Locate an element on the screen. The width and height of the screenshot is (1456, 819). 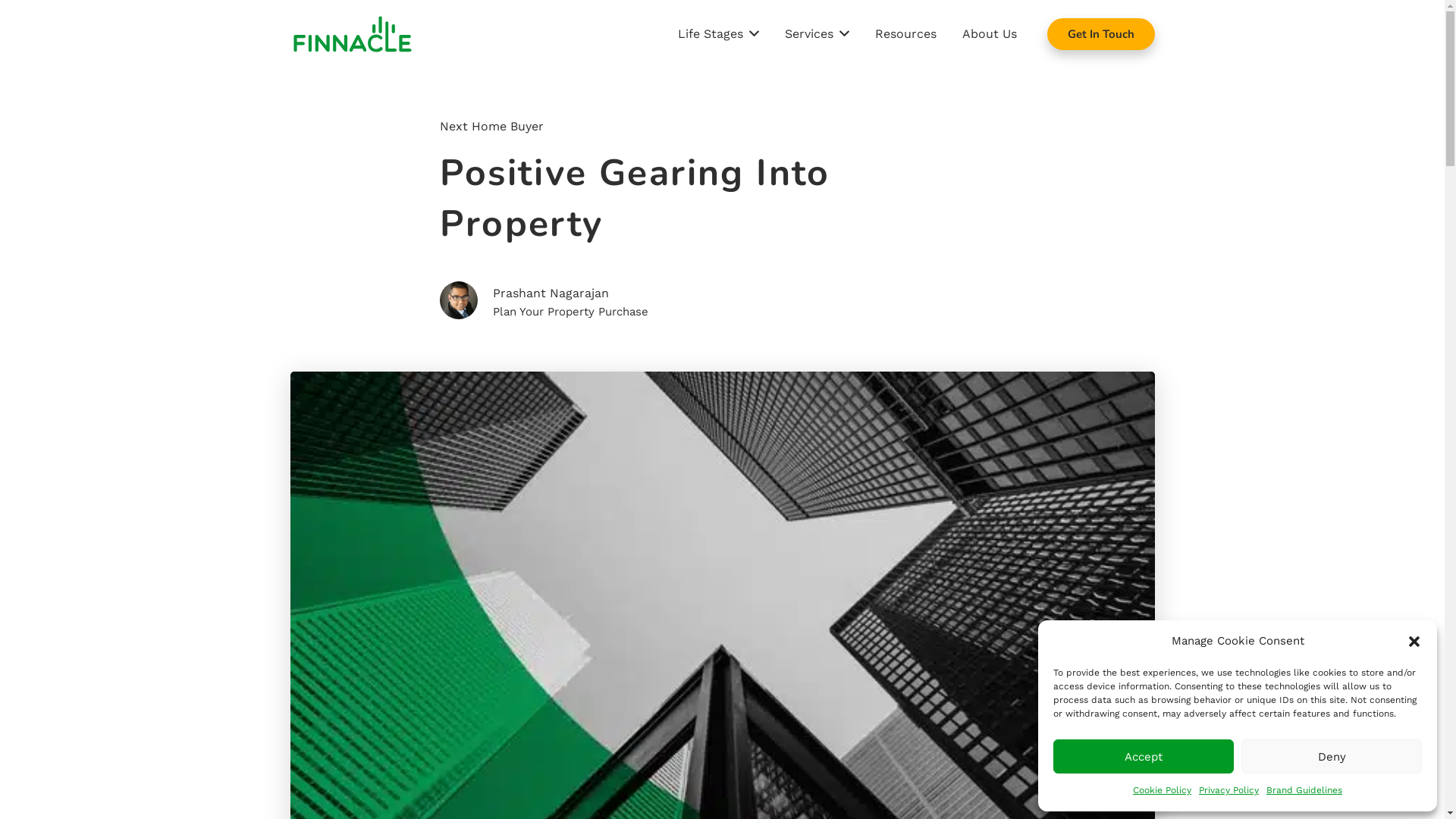
'Resources' is located at coordinates (905, 34).